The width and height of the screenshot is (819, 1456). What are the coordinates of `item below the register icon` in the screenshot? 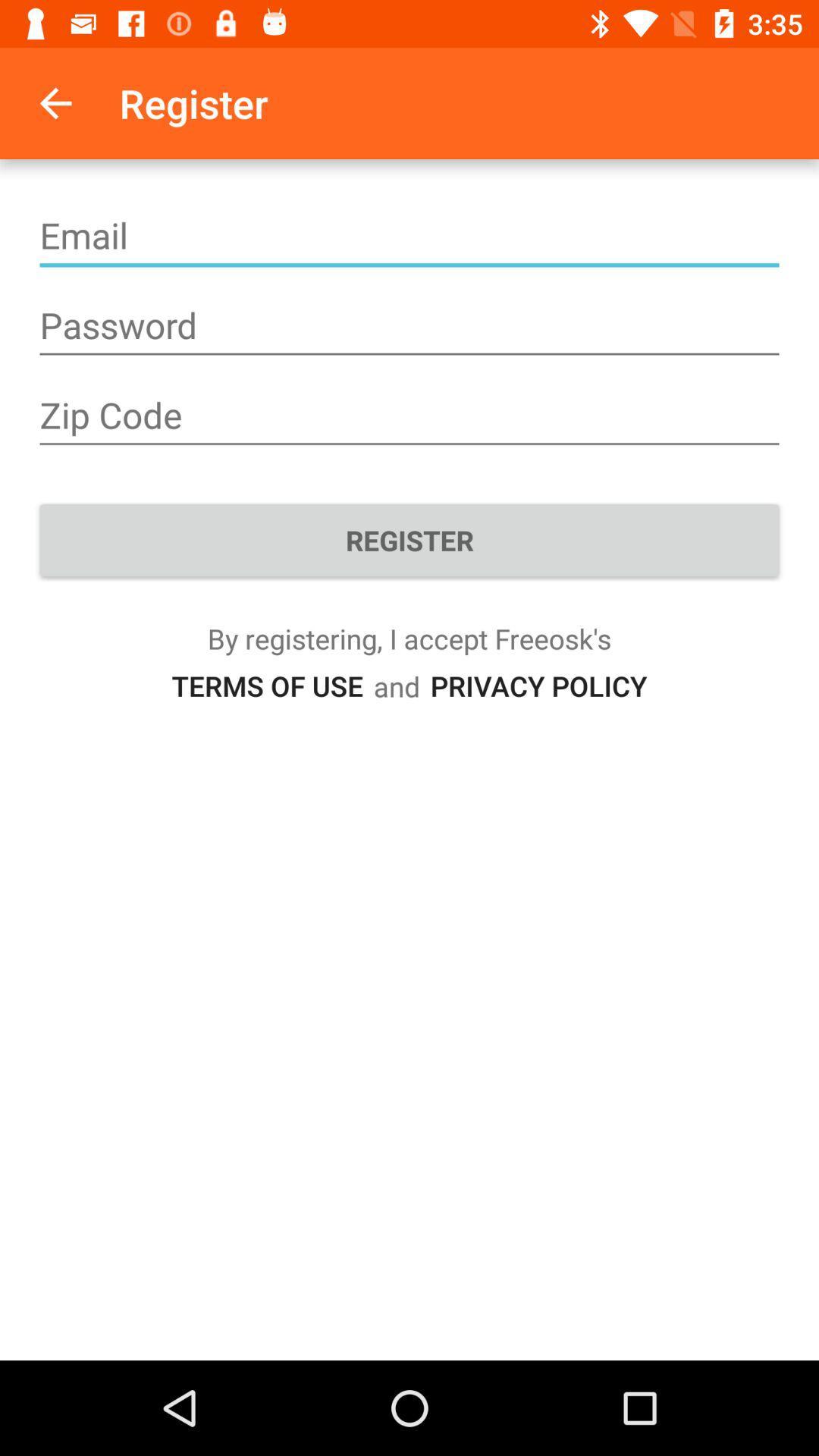 It's located at (266, 685).